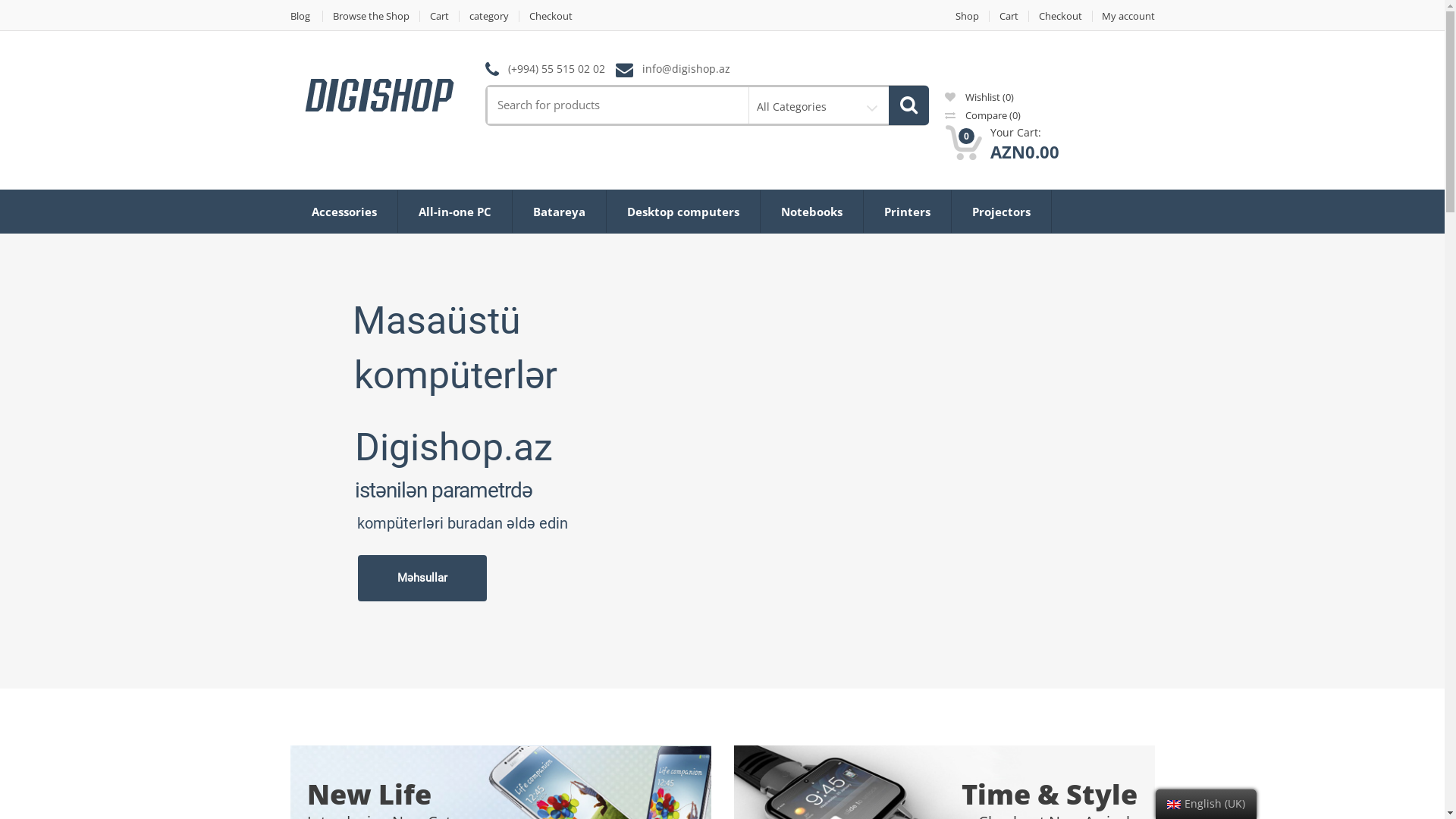 This screenshot has width=1456, height=819. What do you see at coordinates (979, 96) in the screenshot?
I see `'Wishlist (0)'` at bounding box center [979, 96].